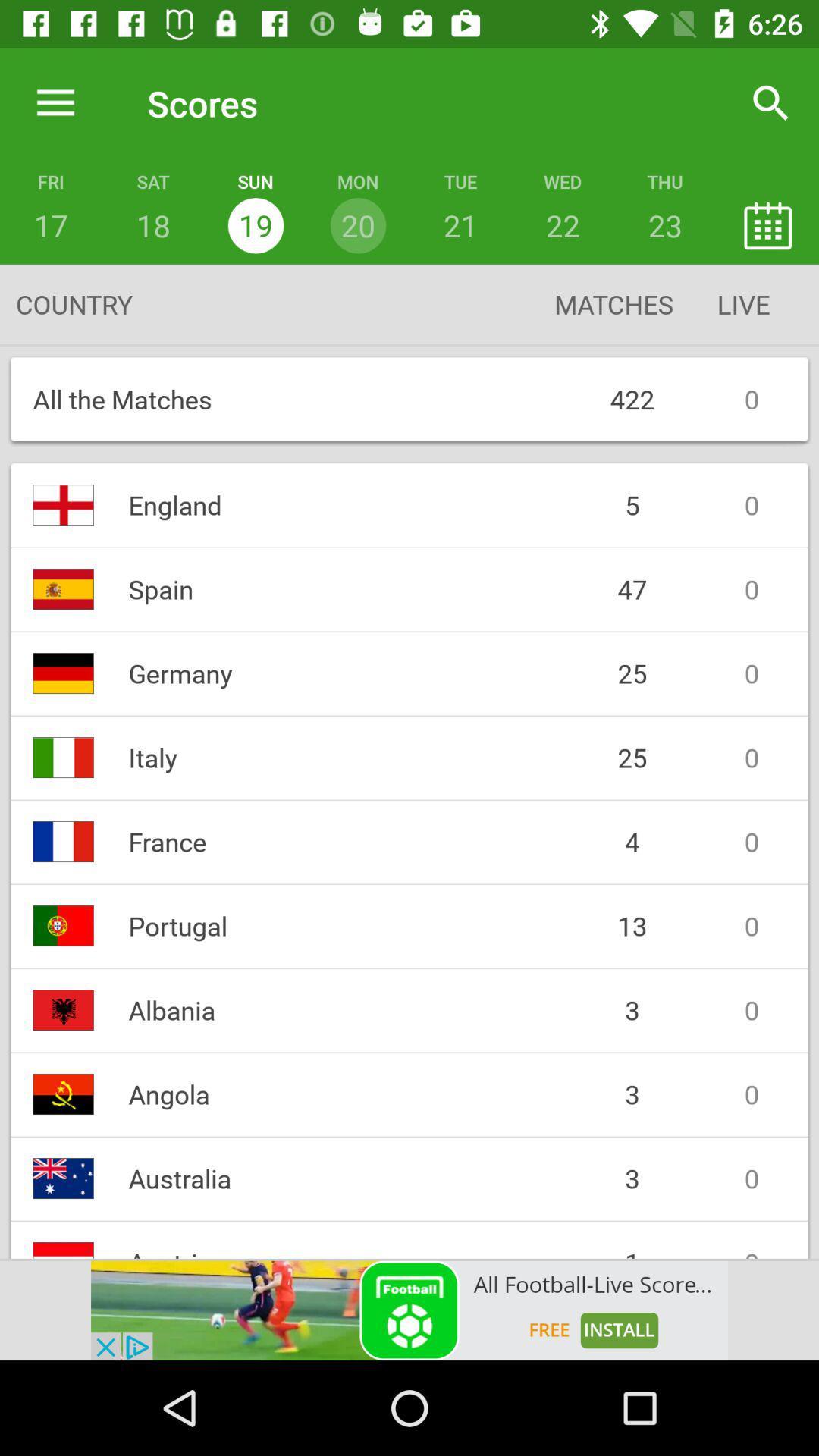 The height and width of the screenshot is (1456, 819). I want to click on the flag which is before  angola, so click(62, 1094).